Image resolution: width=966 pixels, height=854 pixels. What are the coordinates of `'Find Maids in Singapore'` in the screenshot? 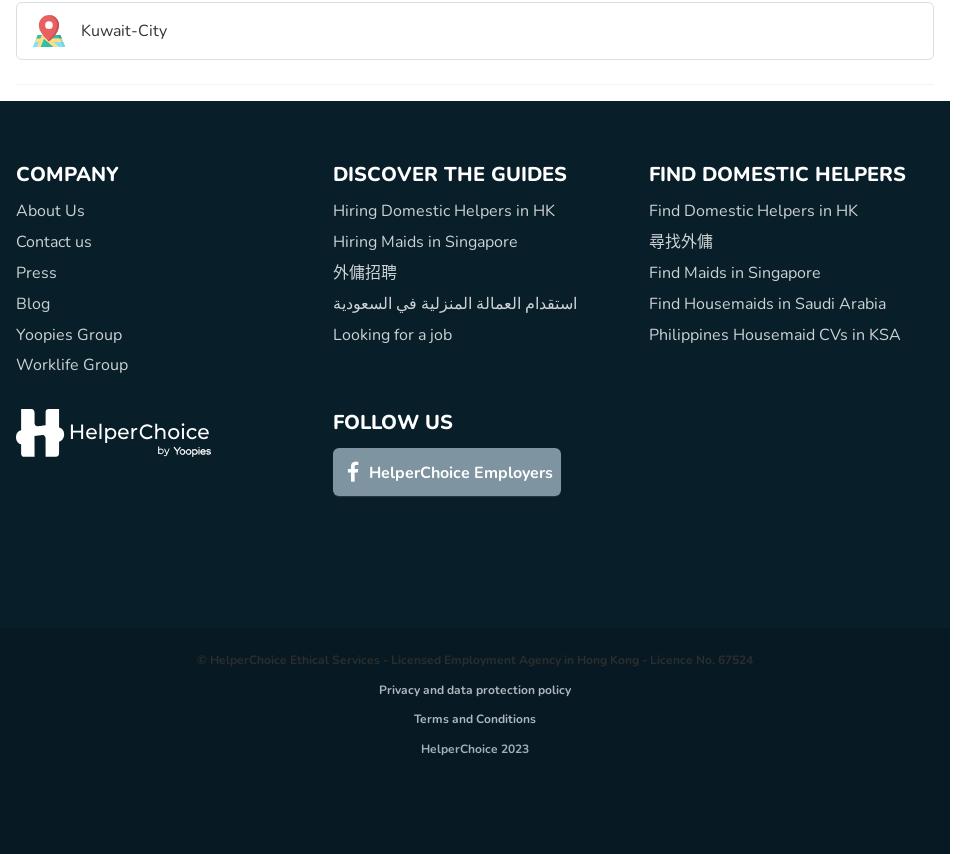 It's located at (735, 270).